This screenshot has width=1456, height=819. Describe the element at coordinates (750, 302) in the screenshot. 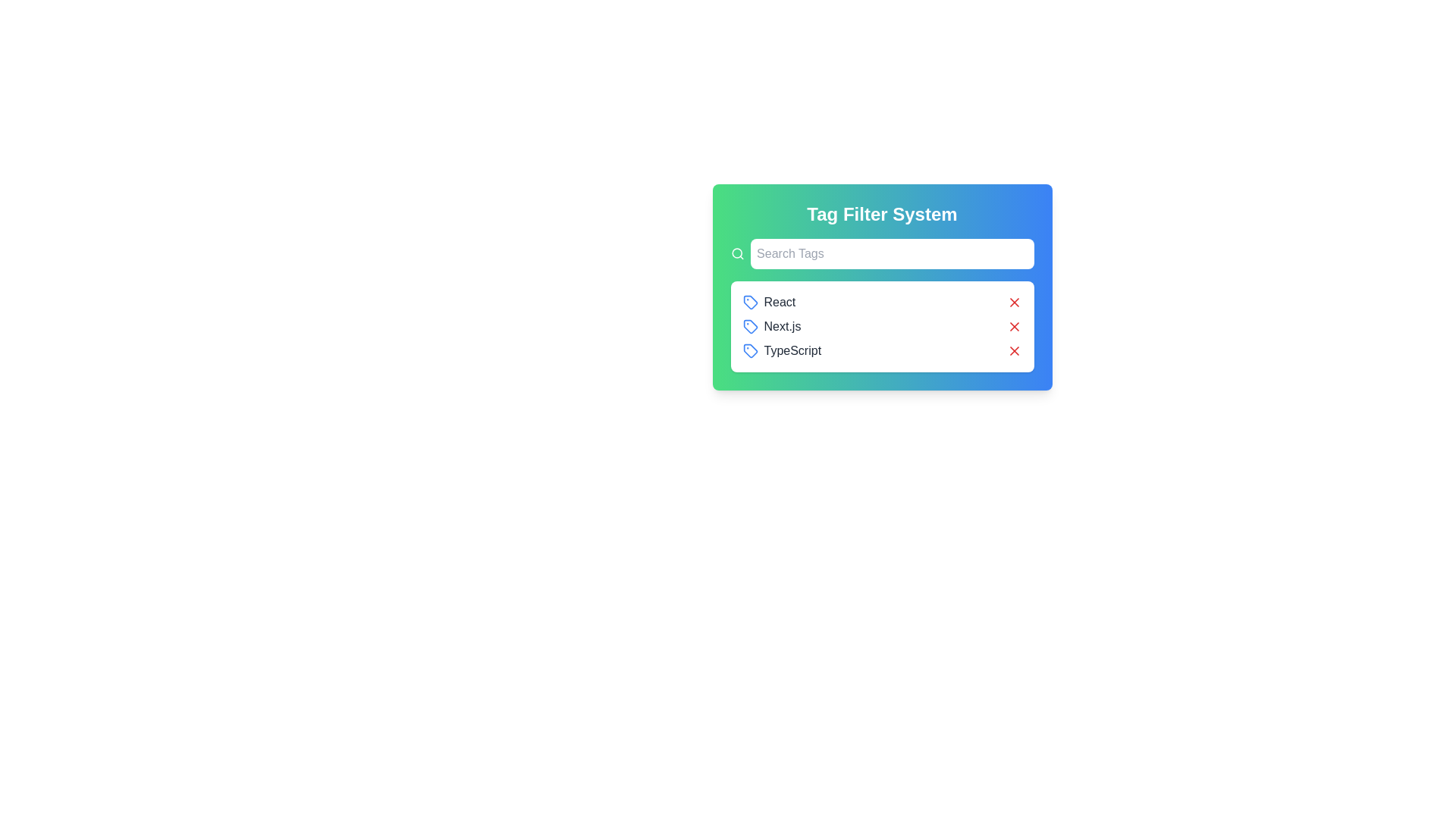

I see `the blue tag icon located at the top-left corner of the list item labeled 'React'` at that location.